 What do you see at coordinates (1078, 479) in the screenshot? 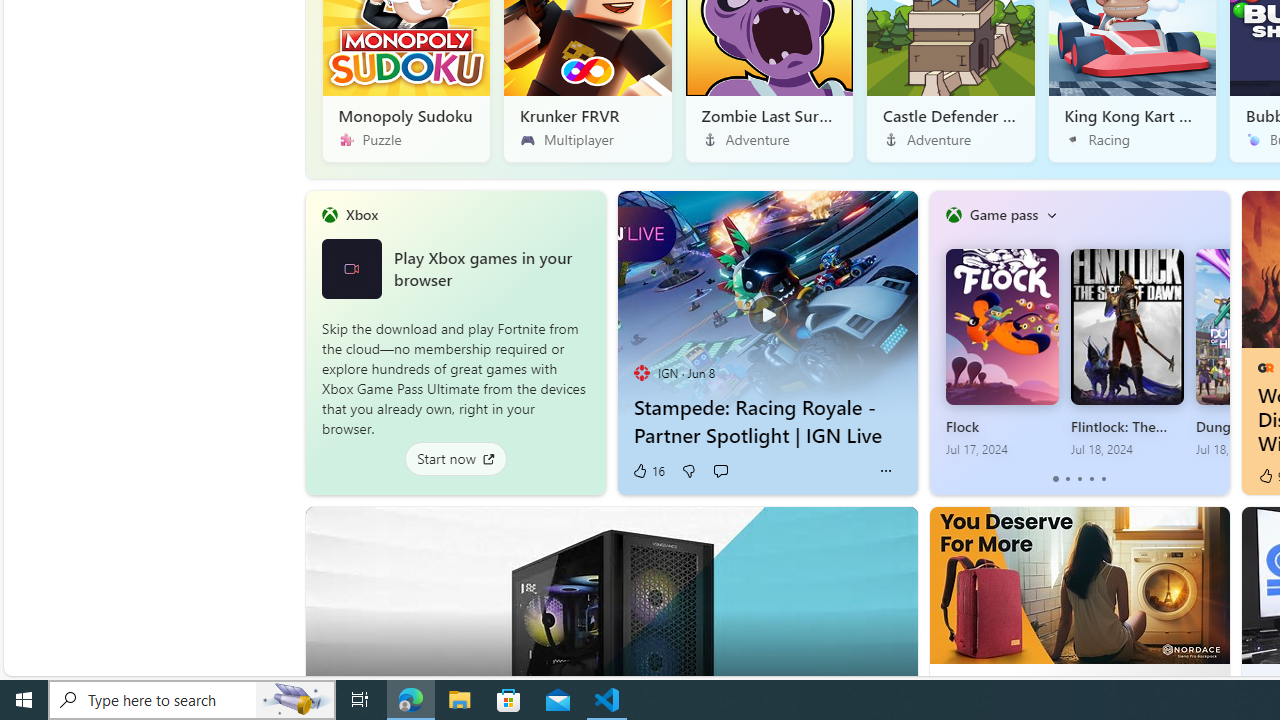
I see `'tab-2'` at bounding box center [1078, 479].